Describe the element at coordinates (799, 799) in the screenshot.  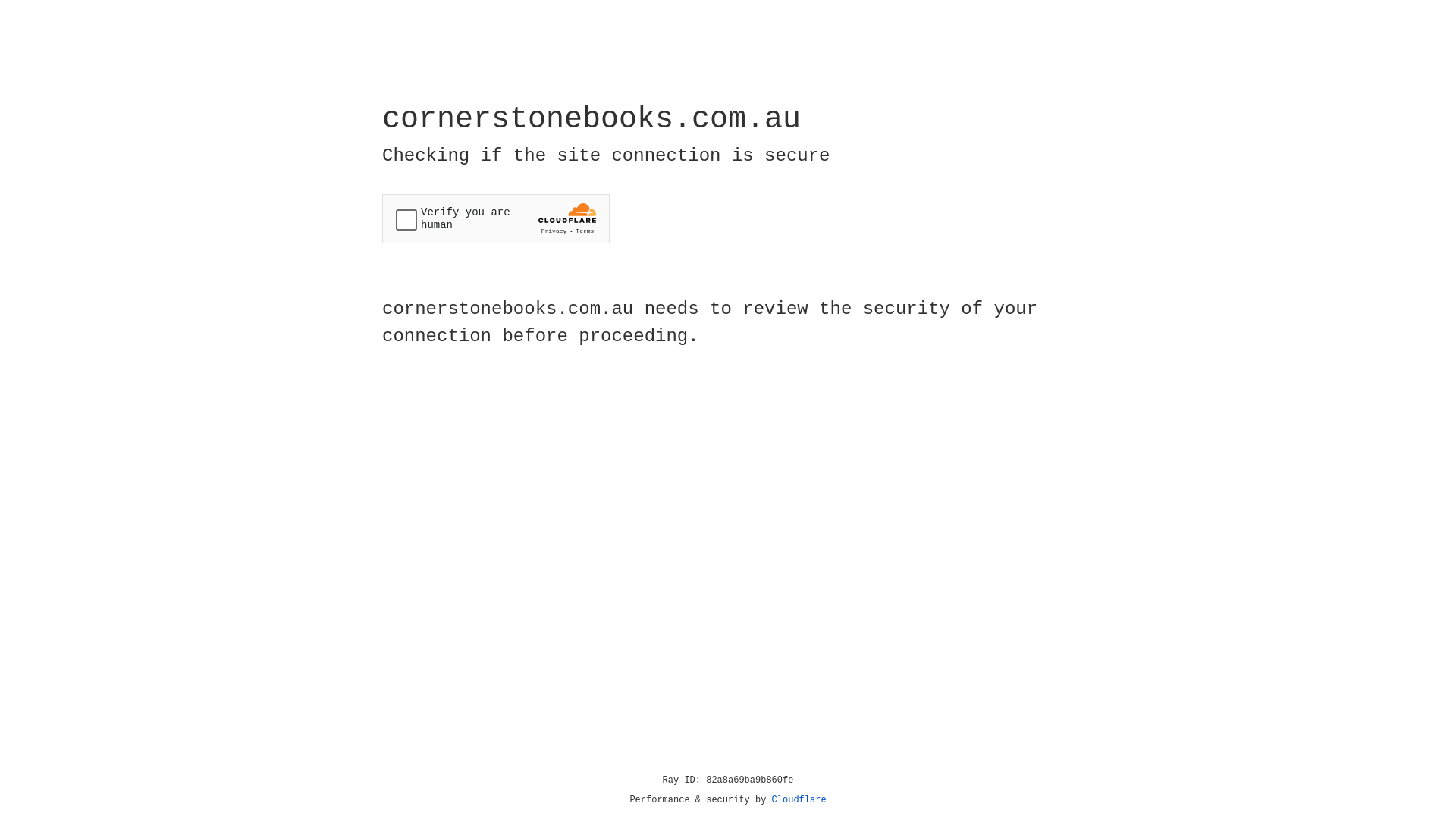
I see `'Cloudflare'` at that location.